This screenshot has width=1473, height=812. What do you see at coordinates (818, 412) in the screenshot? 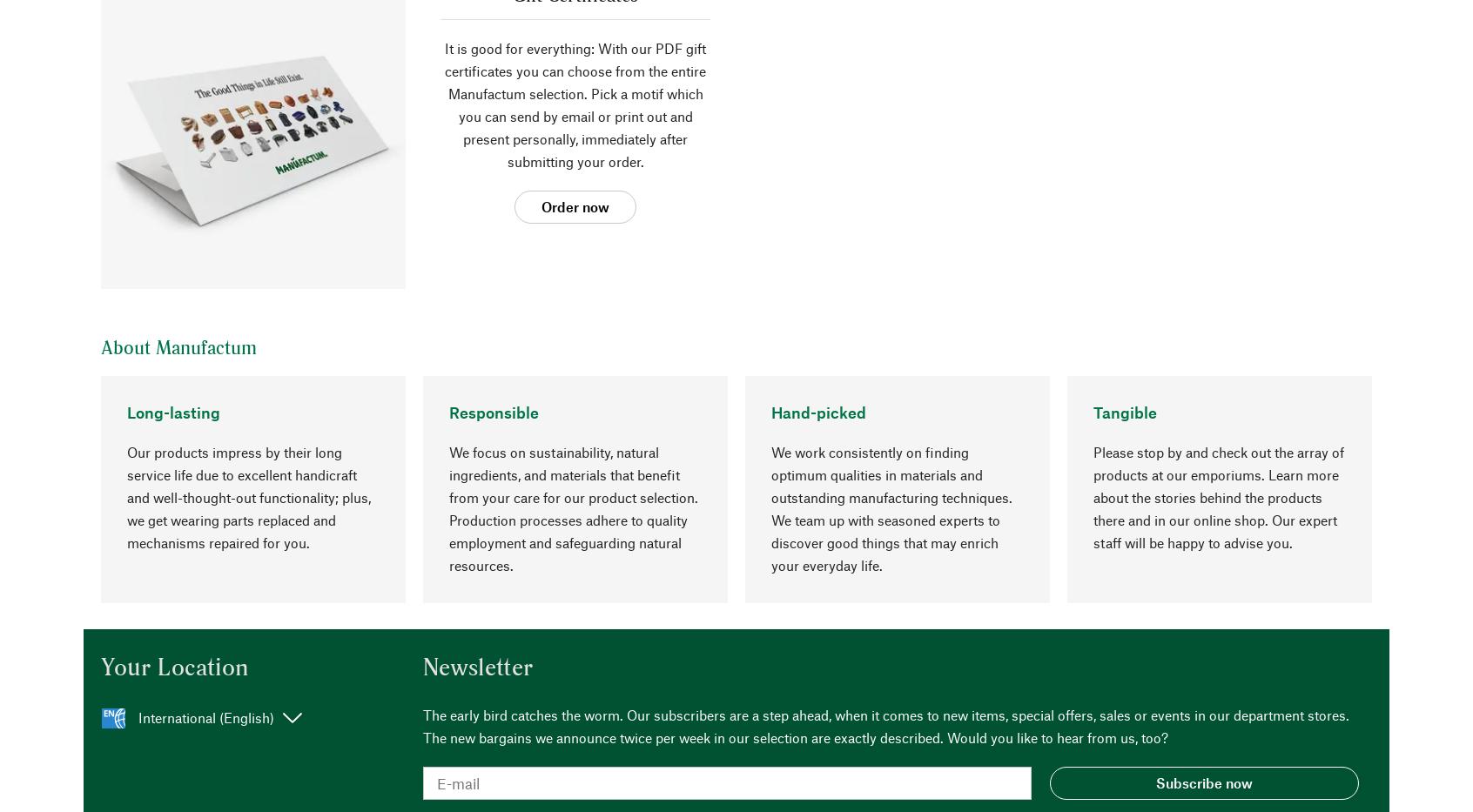
I see `'Hand-picked'` at bounding box center [818, 412].